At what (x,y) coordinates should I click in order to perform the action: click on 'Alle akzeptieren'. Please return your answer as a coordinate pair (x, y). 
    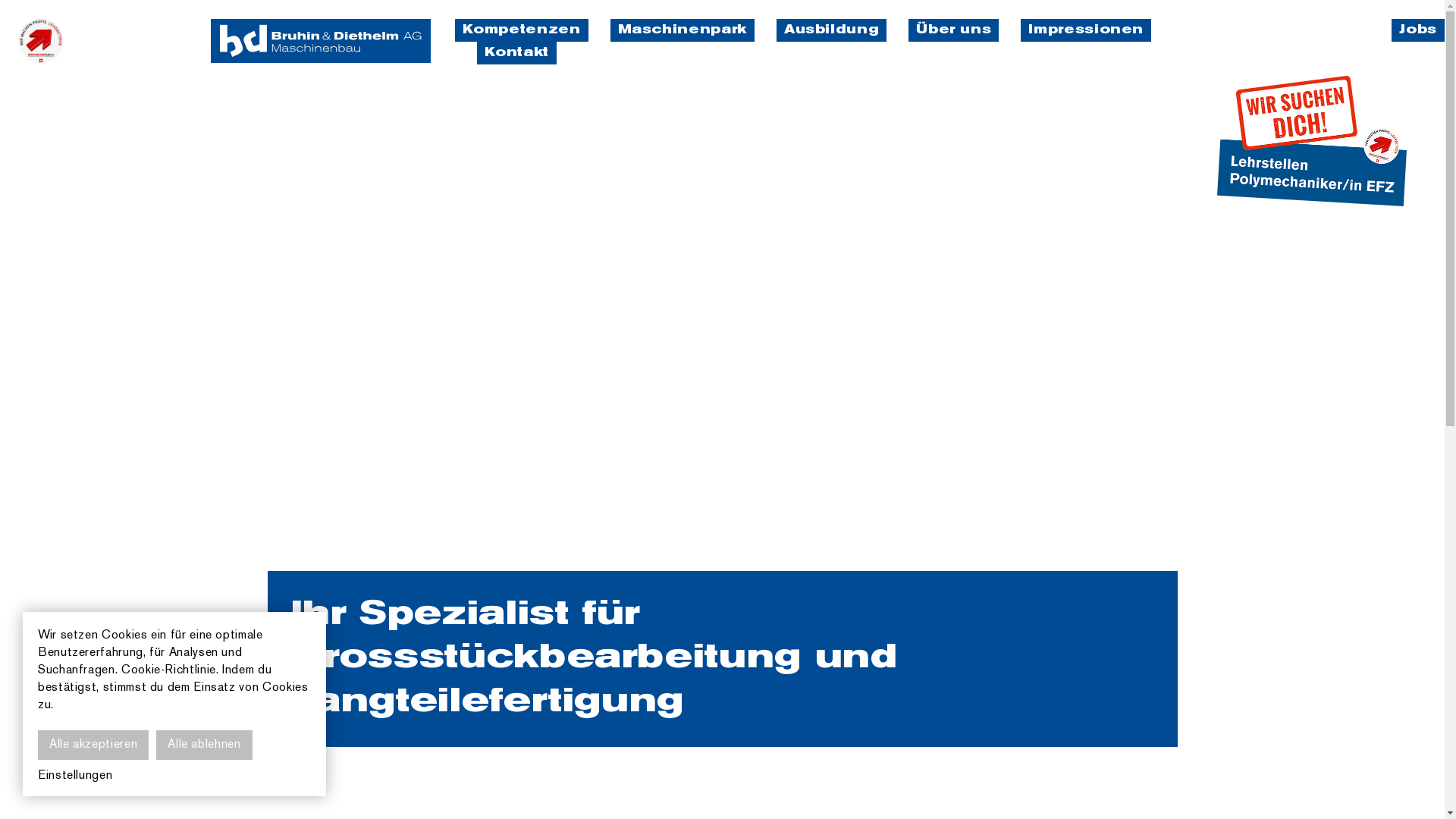
    Looking at the image, I should click on (93, 744).